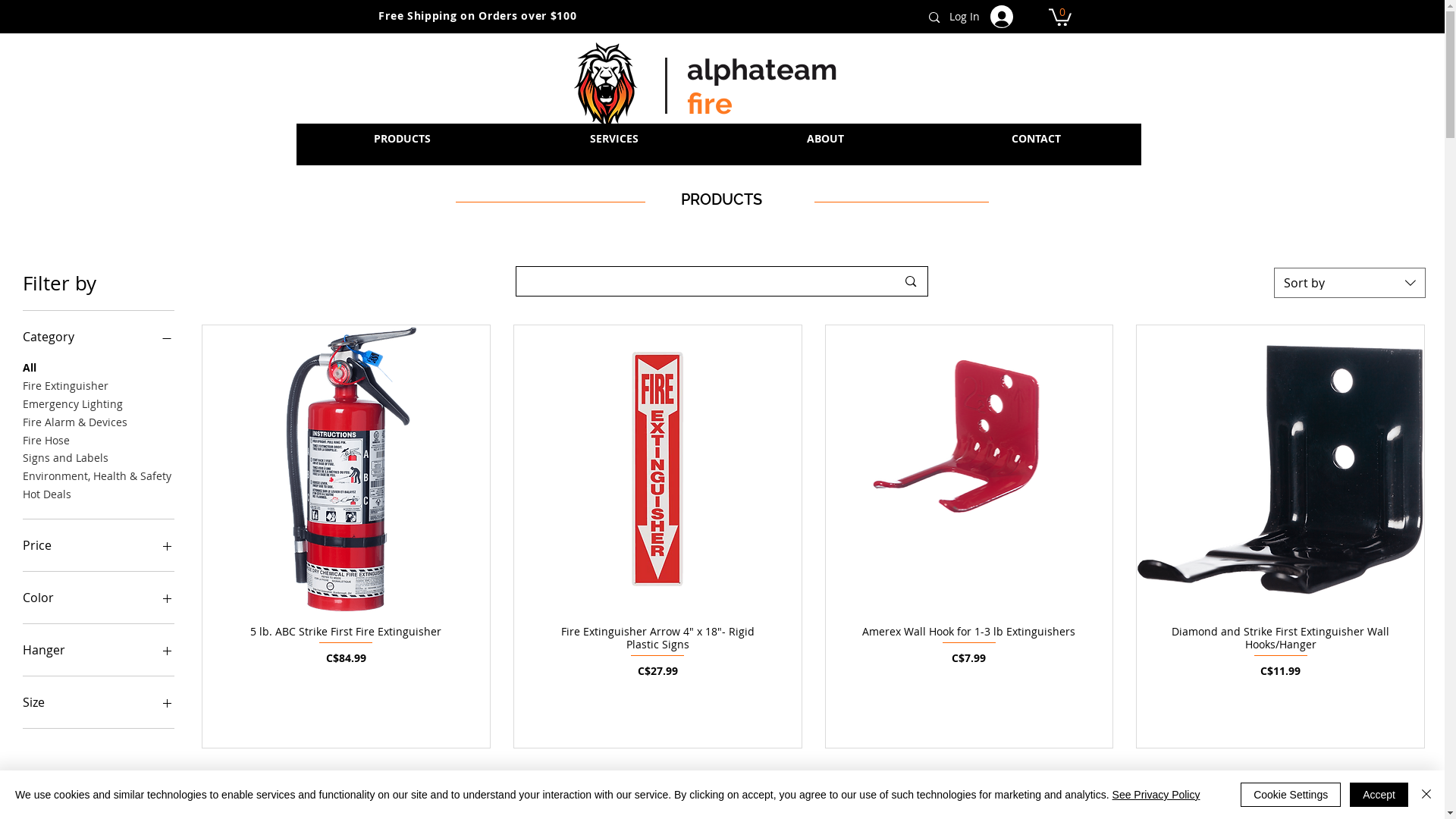  Describe the element at coordinates (1379, 794) in the screenshot. I see `'Accept'` at that location.